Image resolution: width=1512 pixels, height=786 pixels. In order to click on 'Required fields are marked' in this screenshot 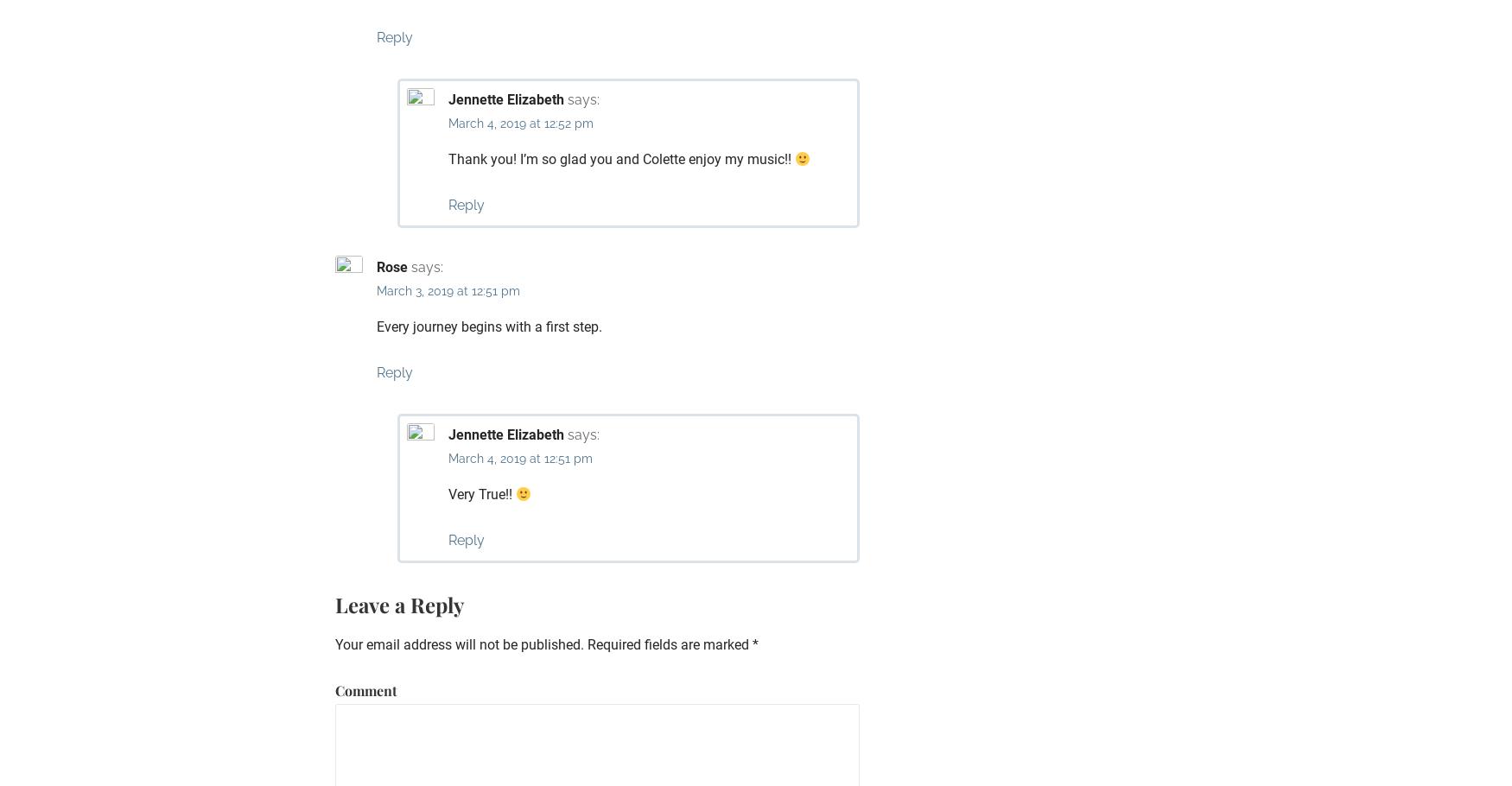, I will do `click(667, 643)`.